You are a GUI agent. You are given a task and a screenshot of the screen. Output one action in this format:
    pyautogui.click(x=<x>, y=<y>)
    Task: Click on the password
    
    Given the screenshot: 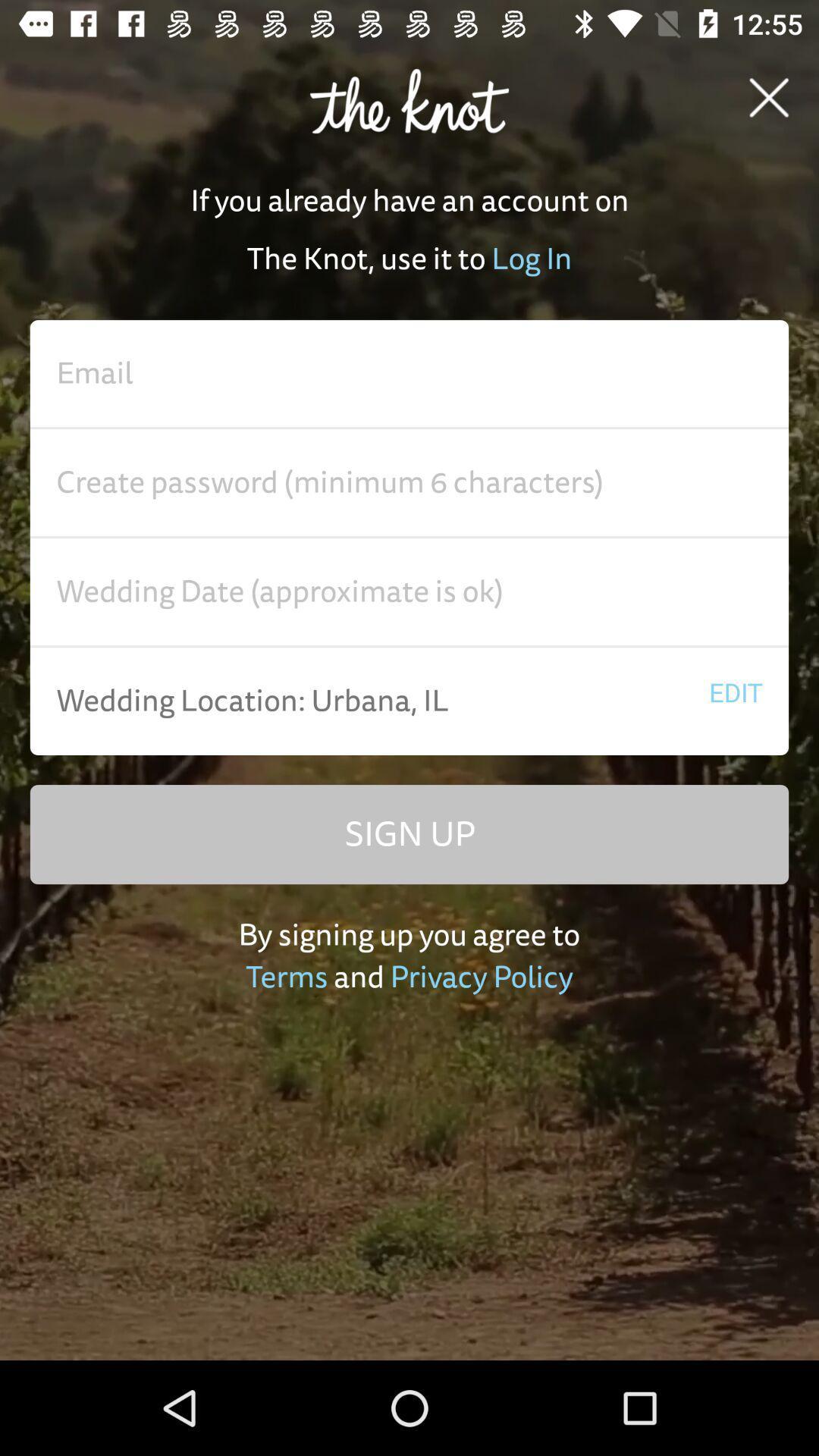 What is the action you would take?
    pyautogui.click(x=409, y=482)
    